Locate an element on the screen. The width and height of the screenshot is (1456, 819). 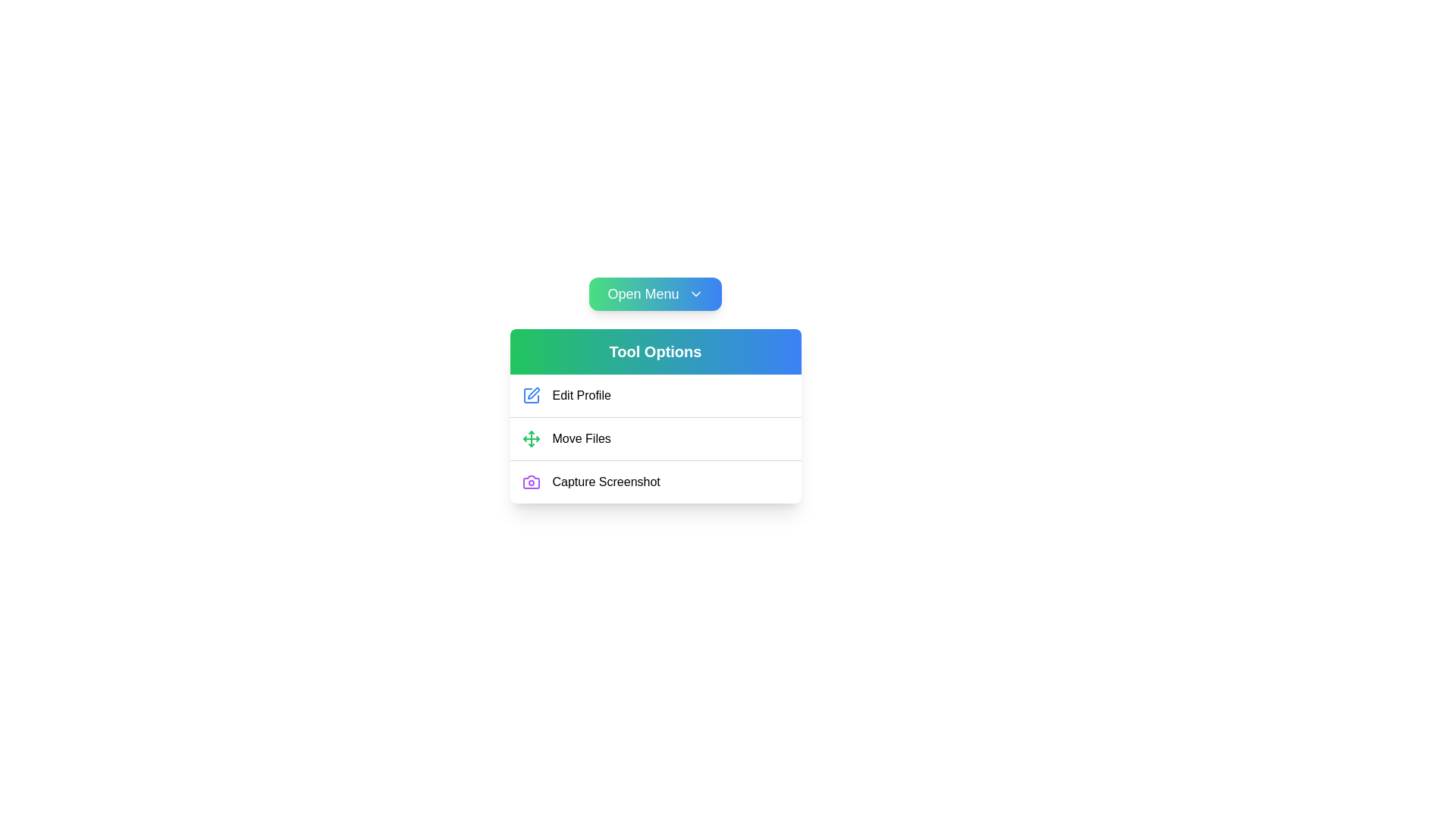
the screenshot capture icon located to the extreme left of the 'Capture Screenshot' option within the dropdown under 'Tool Options' for accessibility navigation is located at coordinates (531, 482).